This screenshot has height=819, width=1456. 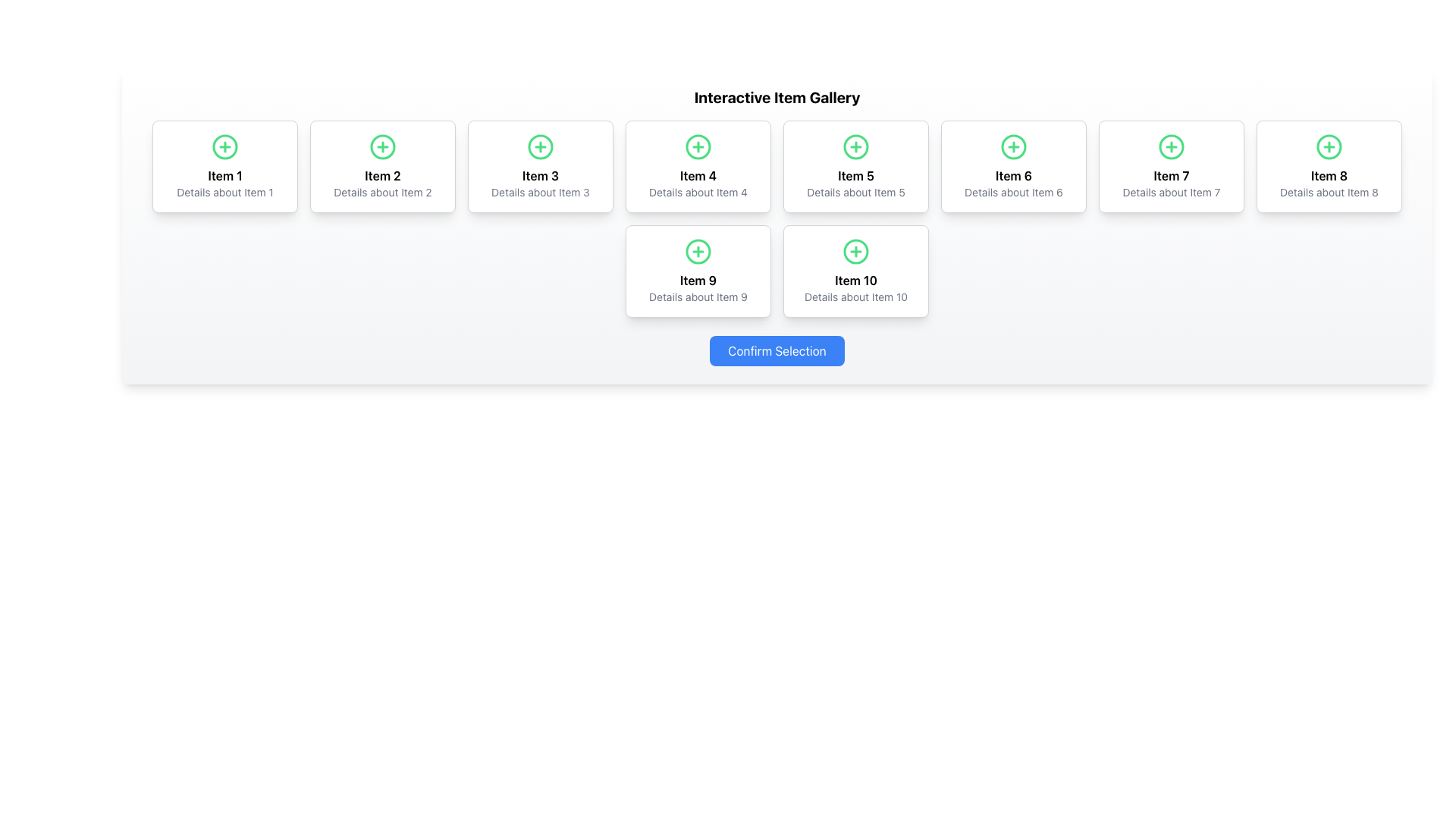 I want to click on the text label indicating the name or title of the first card in the top row of the grid layout, so click(x=224, y=174).